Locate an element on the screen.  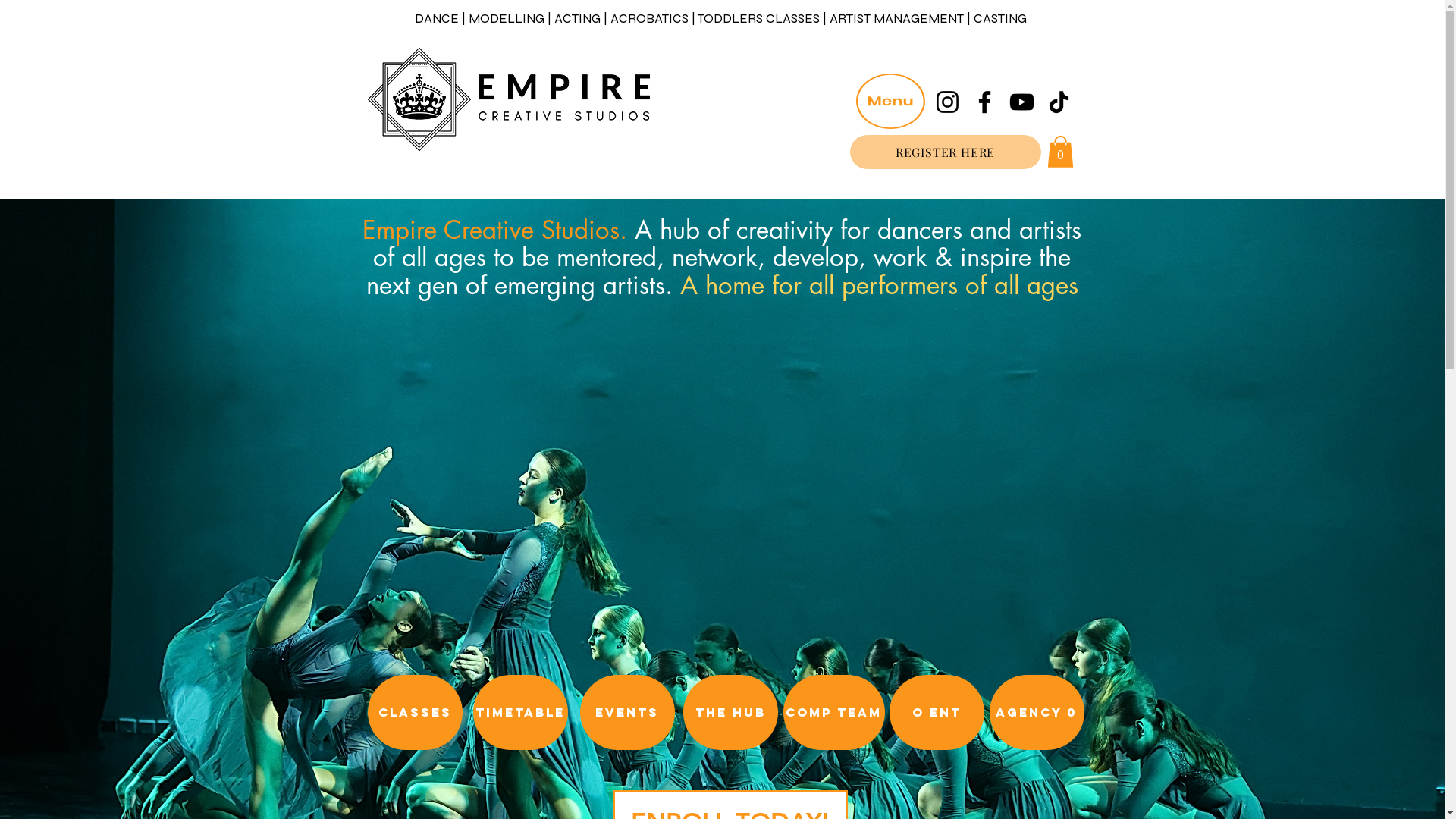
'O ENT' is located at coordinates (935, 712).